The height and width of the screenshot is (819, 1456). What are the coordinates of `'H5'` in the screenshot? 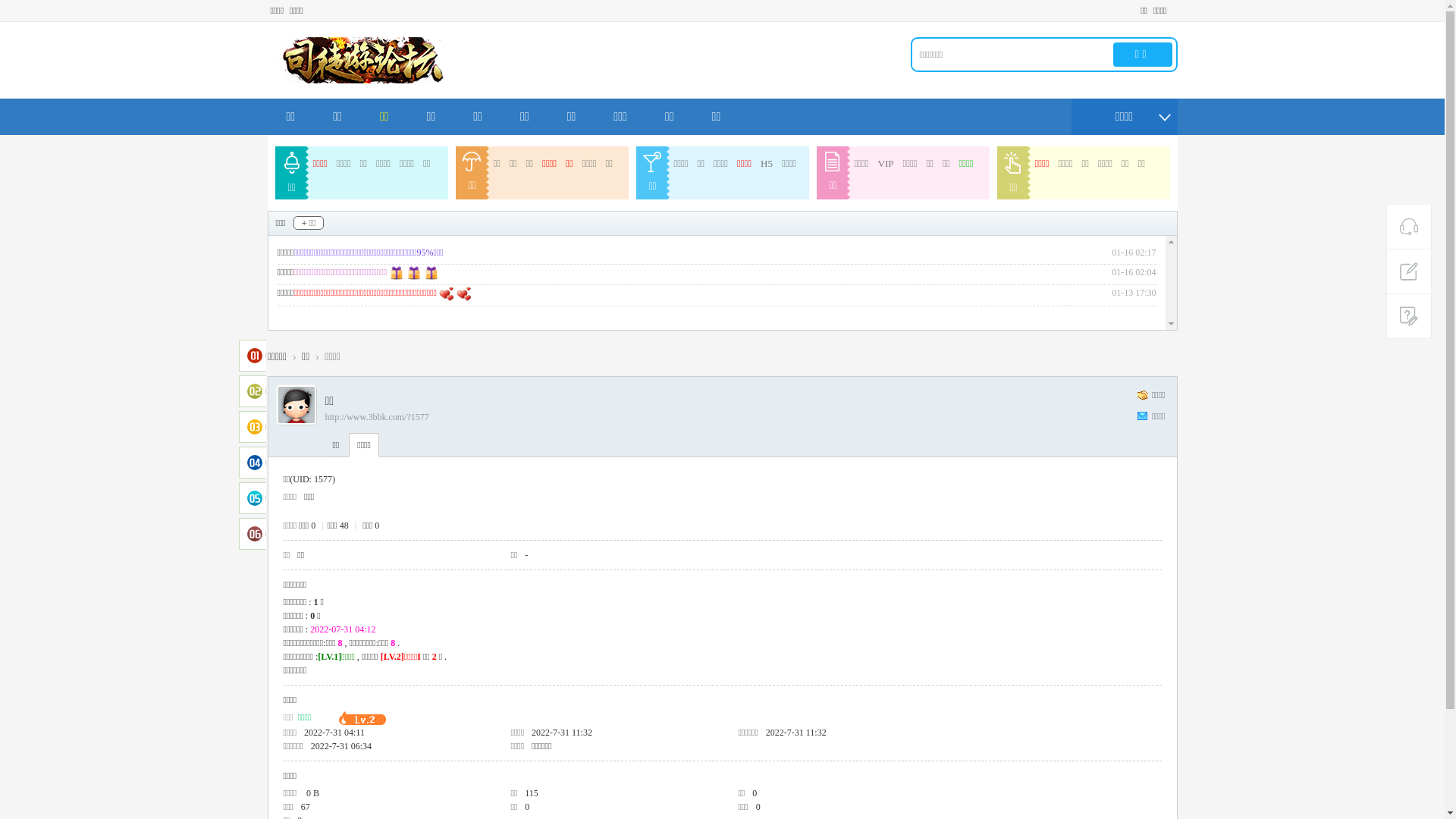 It's located at (767, 163).